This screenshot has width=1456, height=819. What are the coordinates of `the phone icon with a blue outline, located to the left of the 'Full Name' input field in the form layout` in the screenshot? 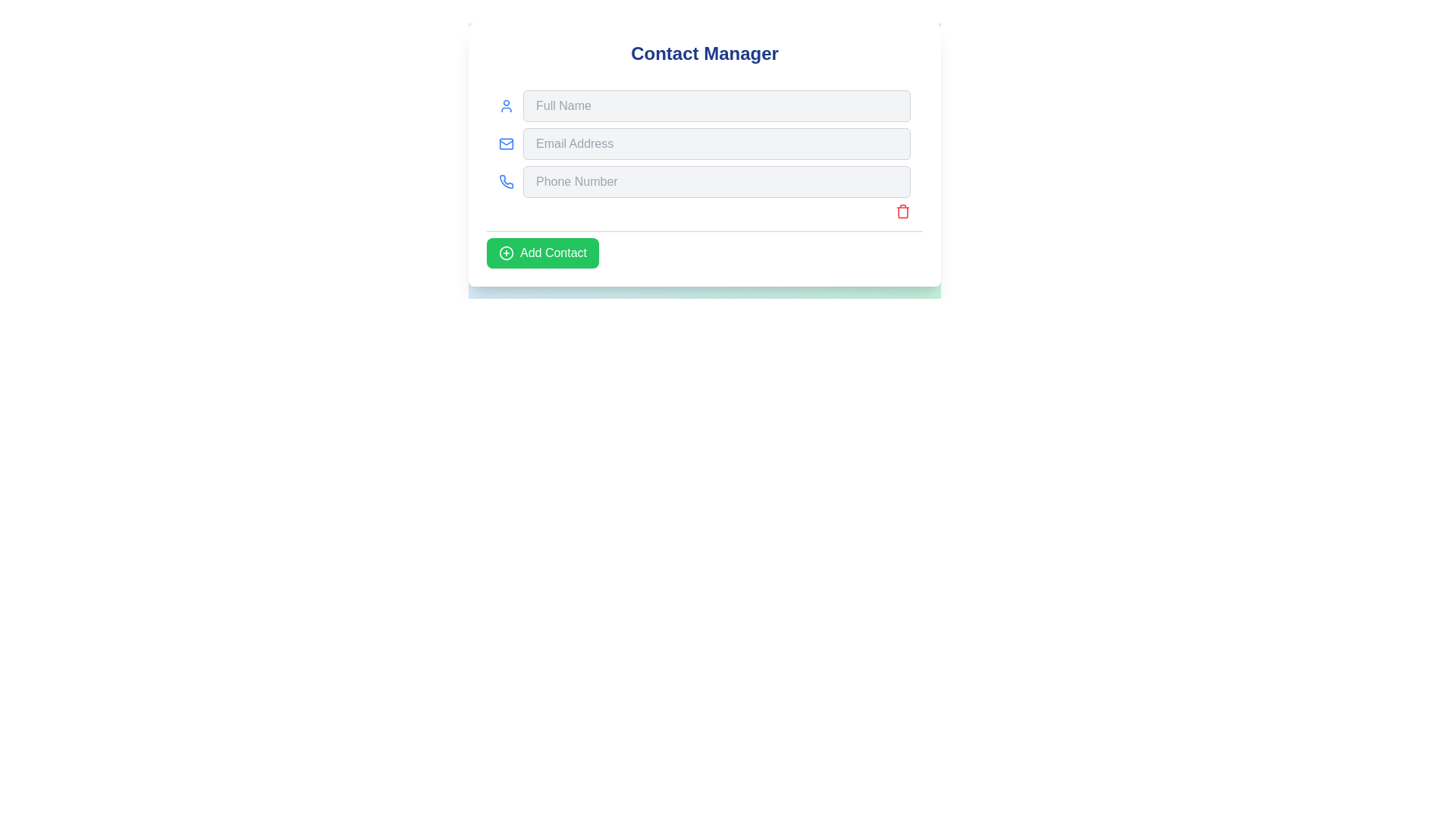 It's located at (506, 180).